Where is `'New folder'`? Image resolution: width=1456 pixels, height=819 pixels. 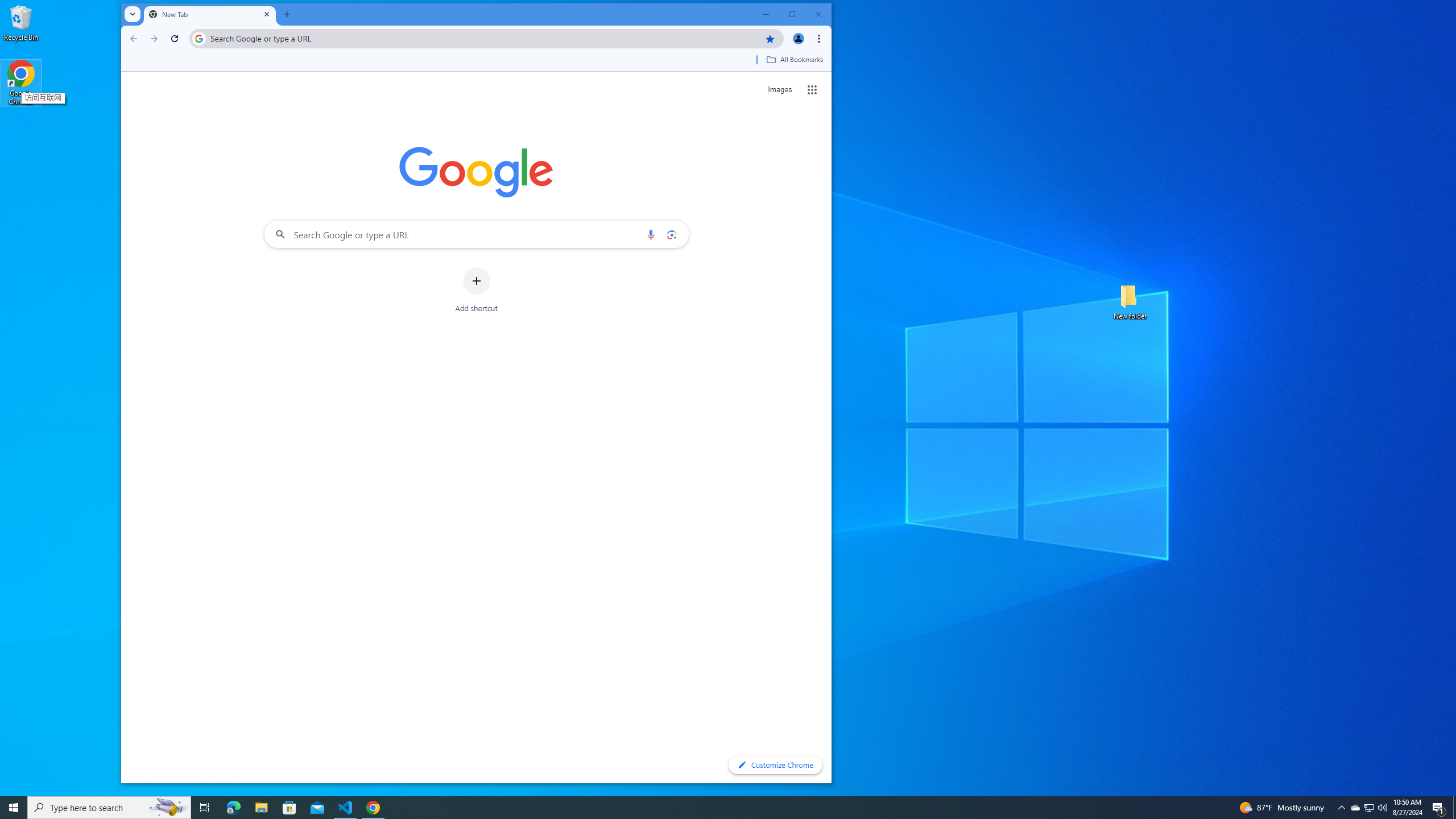
'New folder' is located at coordinates (1130, 300).